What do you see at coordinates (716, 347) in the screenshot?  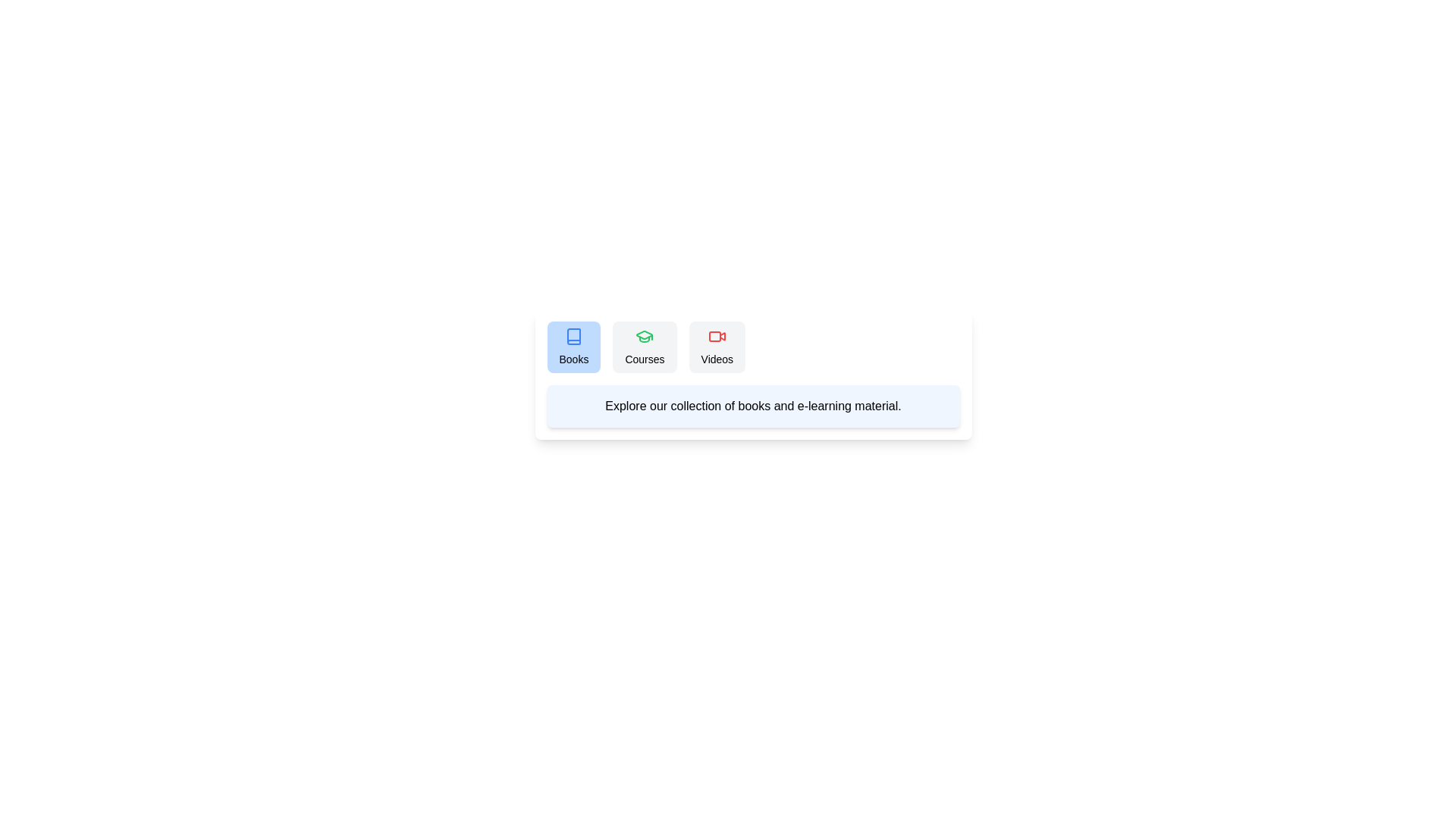 I see `the Videos tab to view its content` at bounding box center [716, 347].